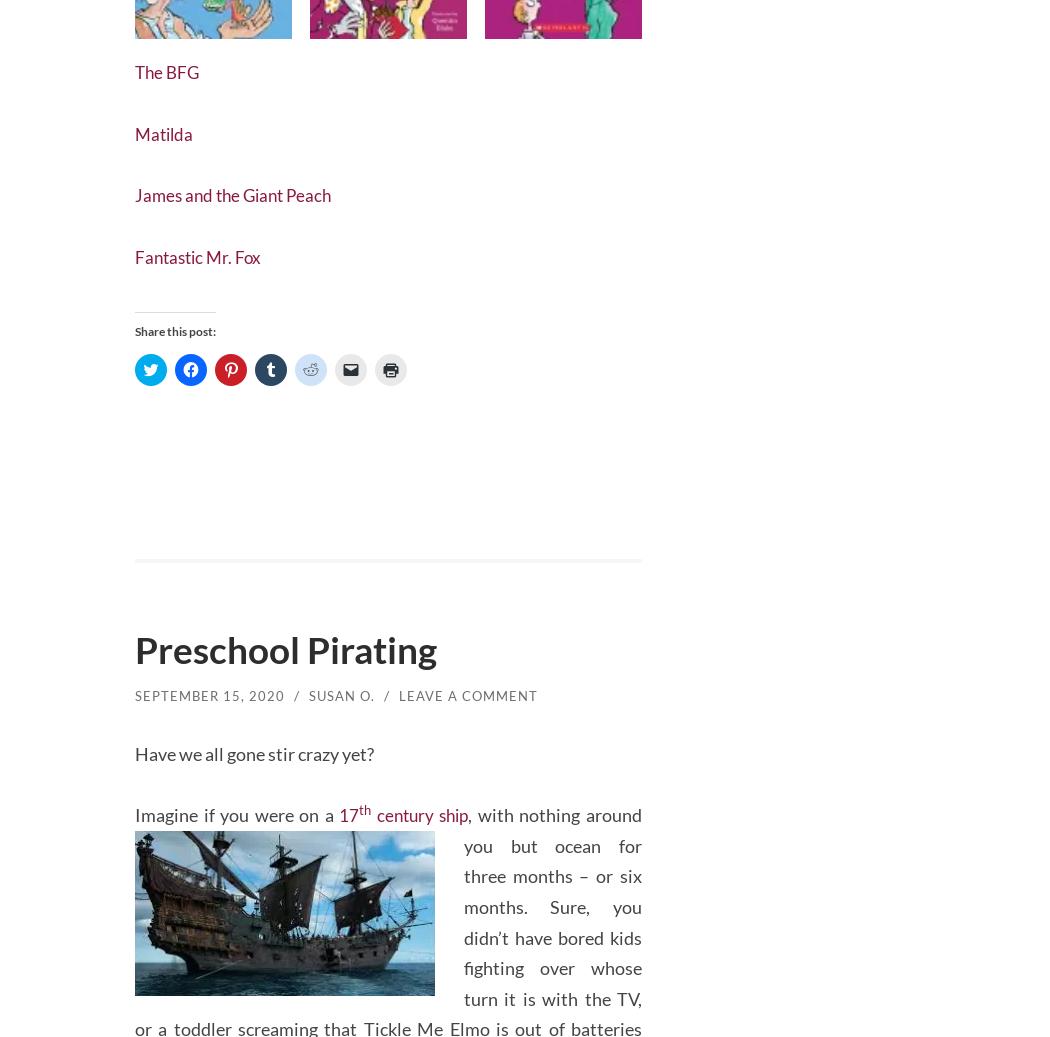  I want to click on 'James and the Giant Peach', so click(238, 188).